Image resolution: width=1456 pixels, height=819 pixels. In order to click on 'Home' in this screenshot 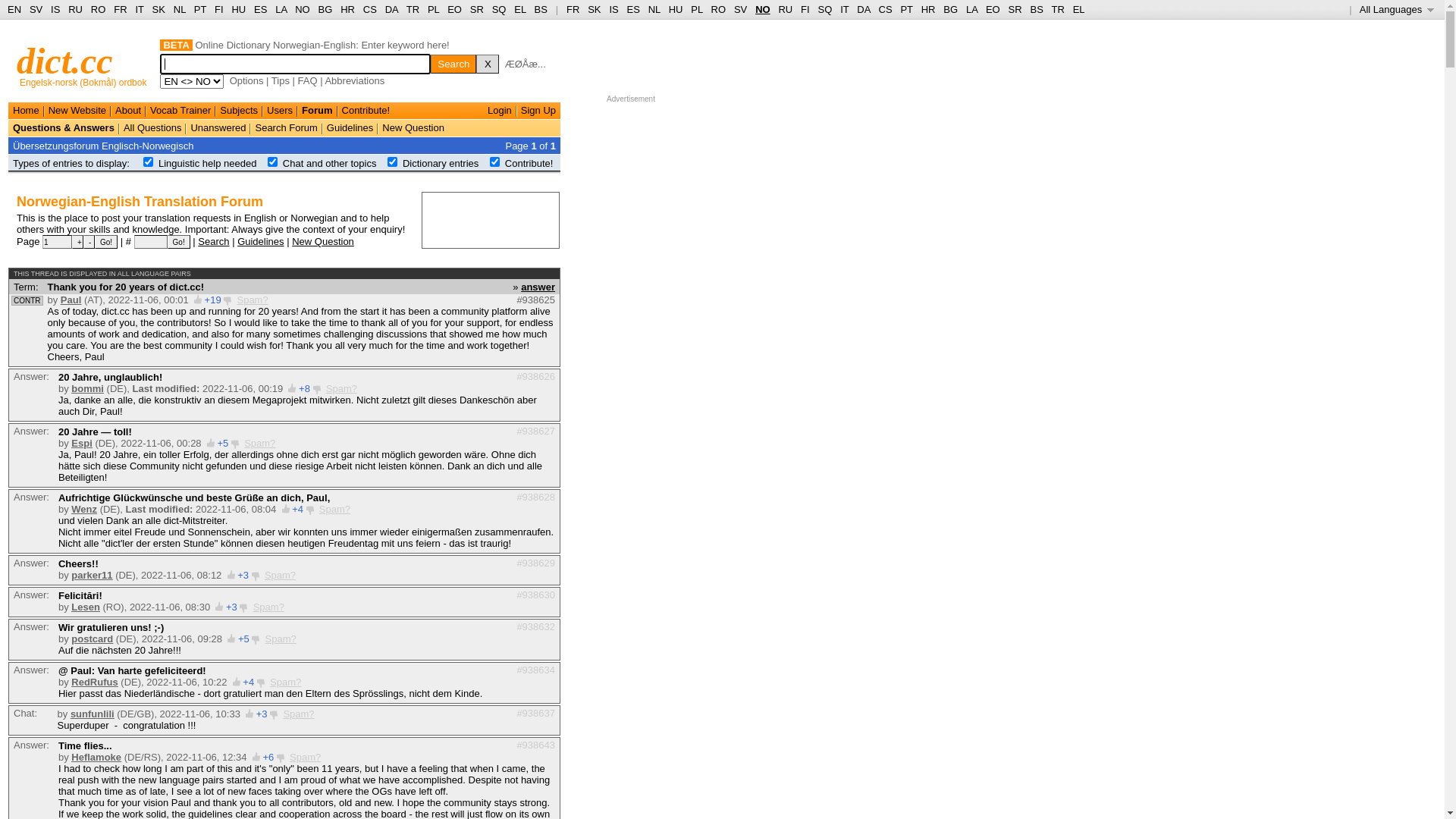, I will do `click(26, 109)`.